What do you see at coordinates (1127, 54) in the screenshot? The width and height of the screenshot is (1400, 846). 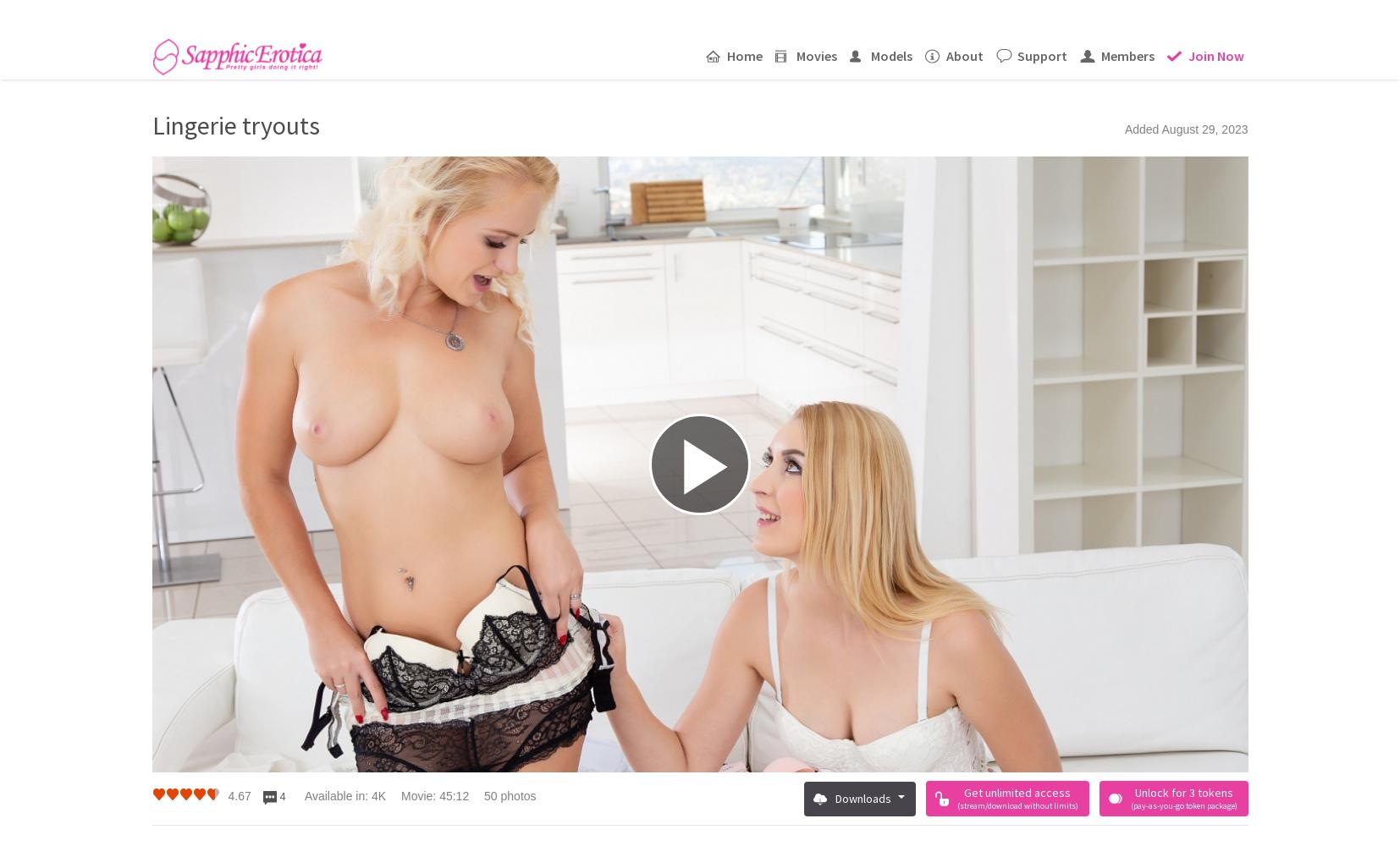 I see `'Members'` at bounding box center [1127, 54].